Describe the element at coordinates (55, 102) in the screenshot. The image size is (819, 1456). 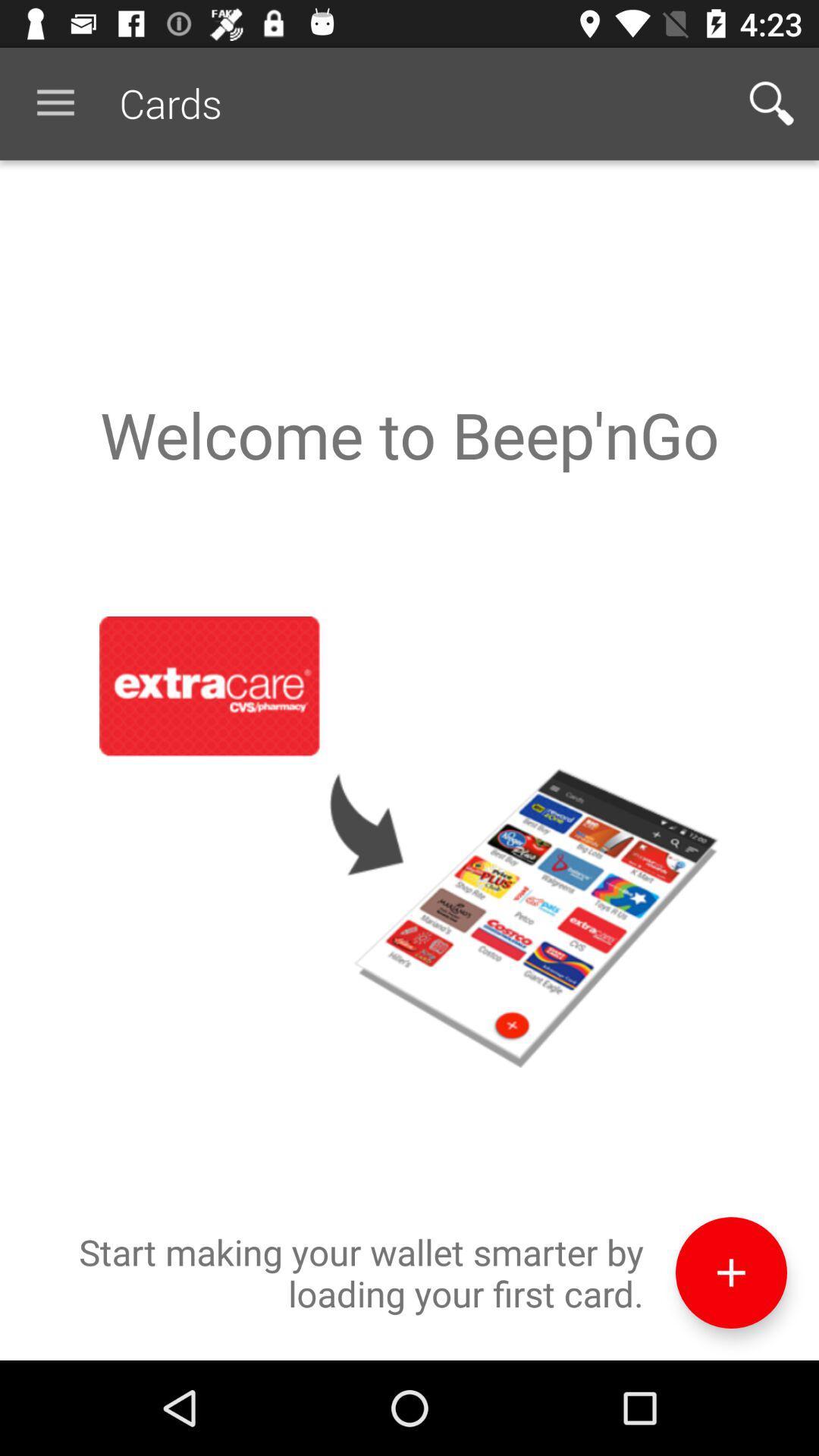
I see `the icon to the left of the cards` at that location.